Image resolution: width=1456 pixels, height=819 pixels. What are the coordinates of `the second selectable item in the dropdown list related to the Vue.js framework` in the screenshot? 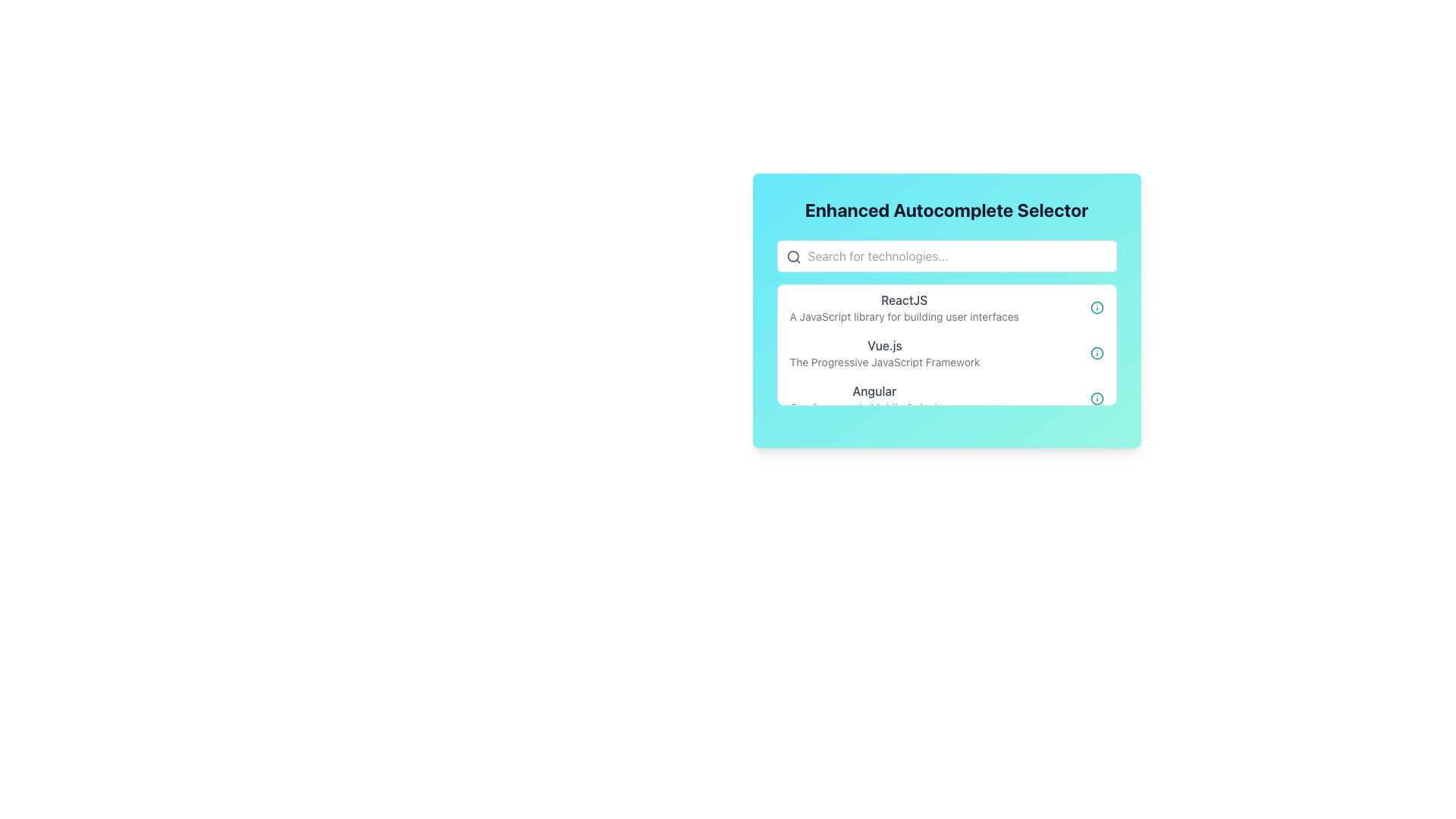 It's located at (946, 353).